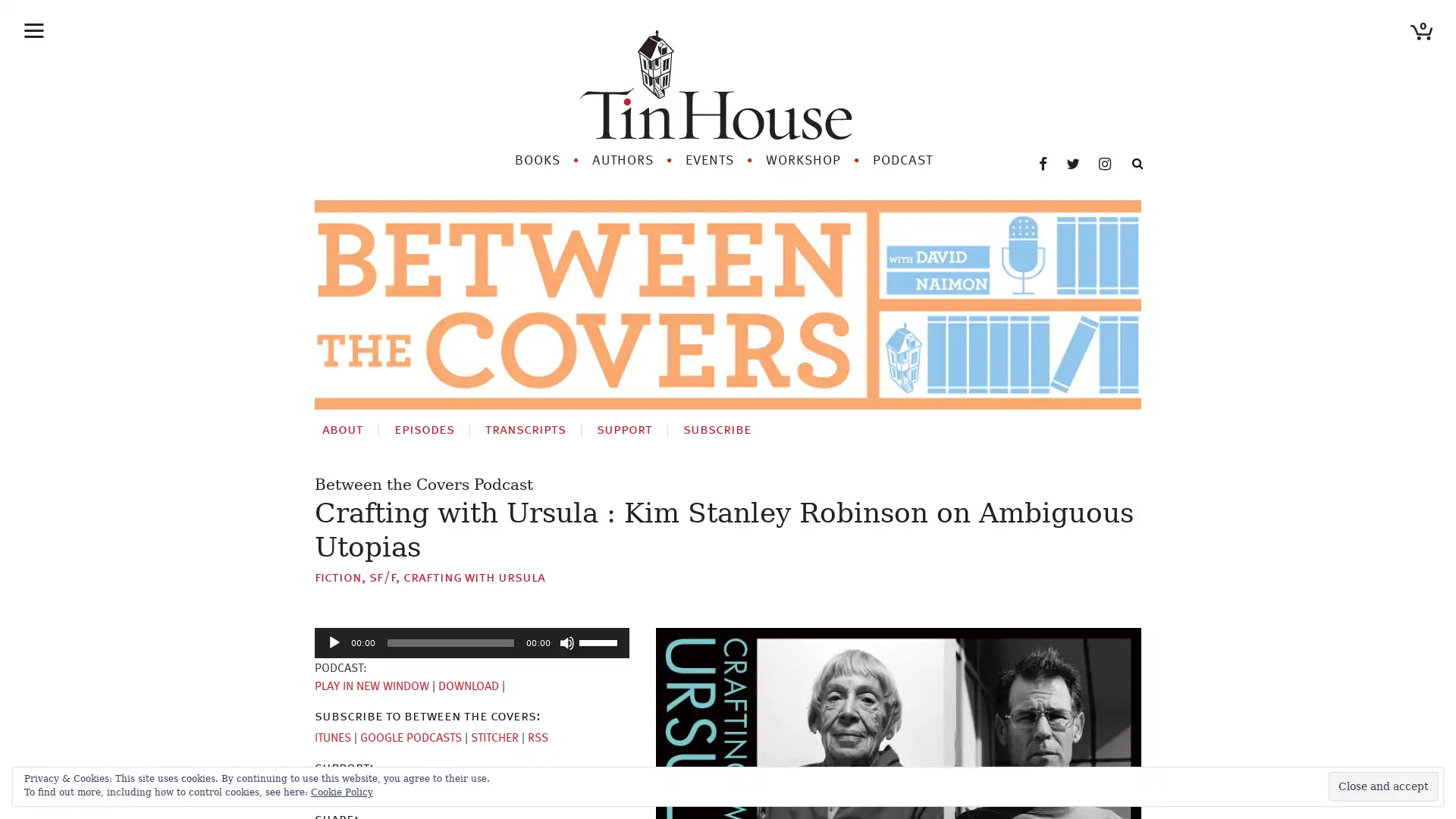 The height and width of the screenshot is (819, 1456). Describe the element at coordinates (334, 642) in the screenshot. I see `Play` at that location.